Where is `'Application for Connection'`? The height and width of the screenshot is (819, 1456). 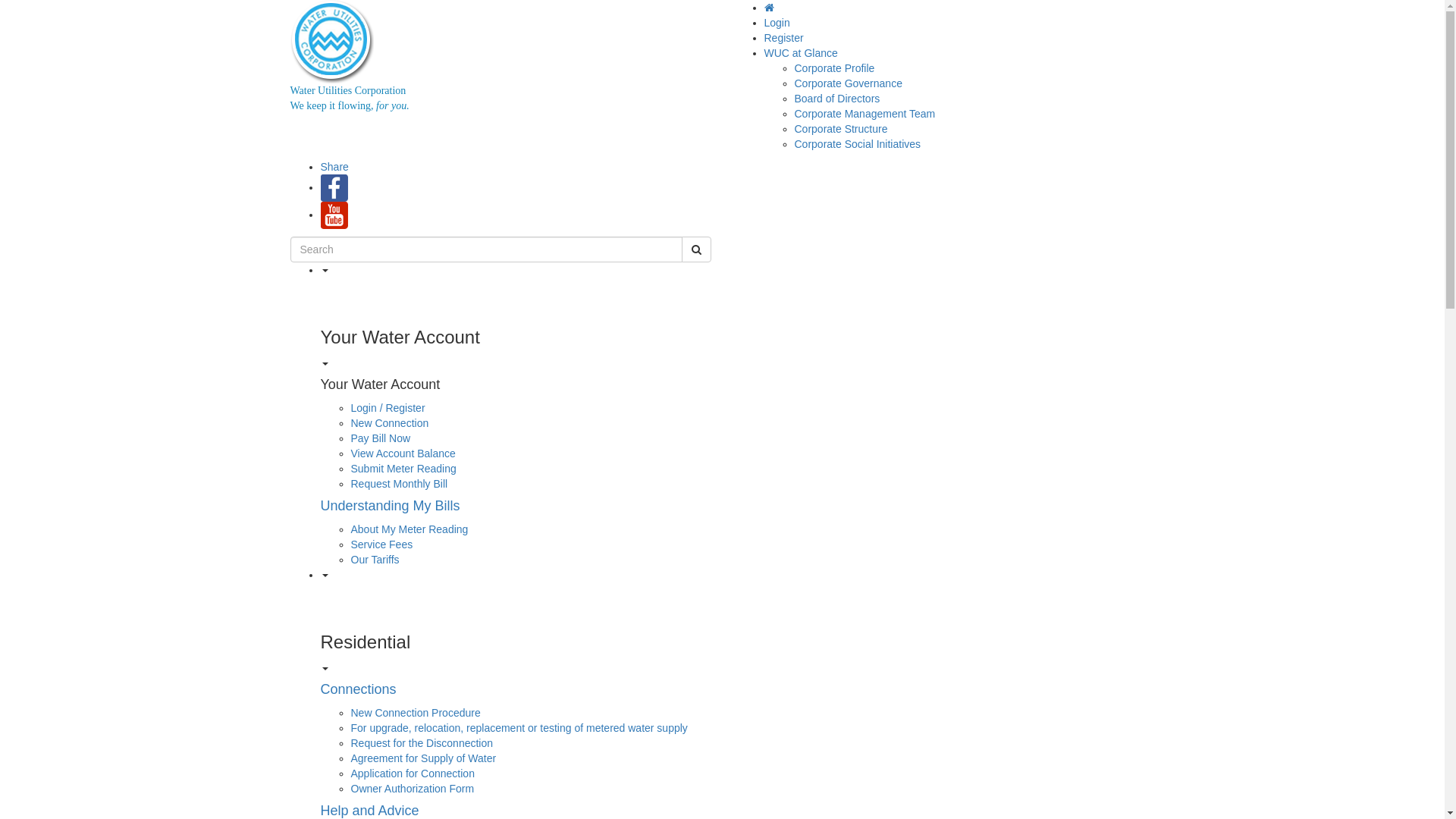 'Application for Connection' is located at coordinates (412, 773).